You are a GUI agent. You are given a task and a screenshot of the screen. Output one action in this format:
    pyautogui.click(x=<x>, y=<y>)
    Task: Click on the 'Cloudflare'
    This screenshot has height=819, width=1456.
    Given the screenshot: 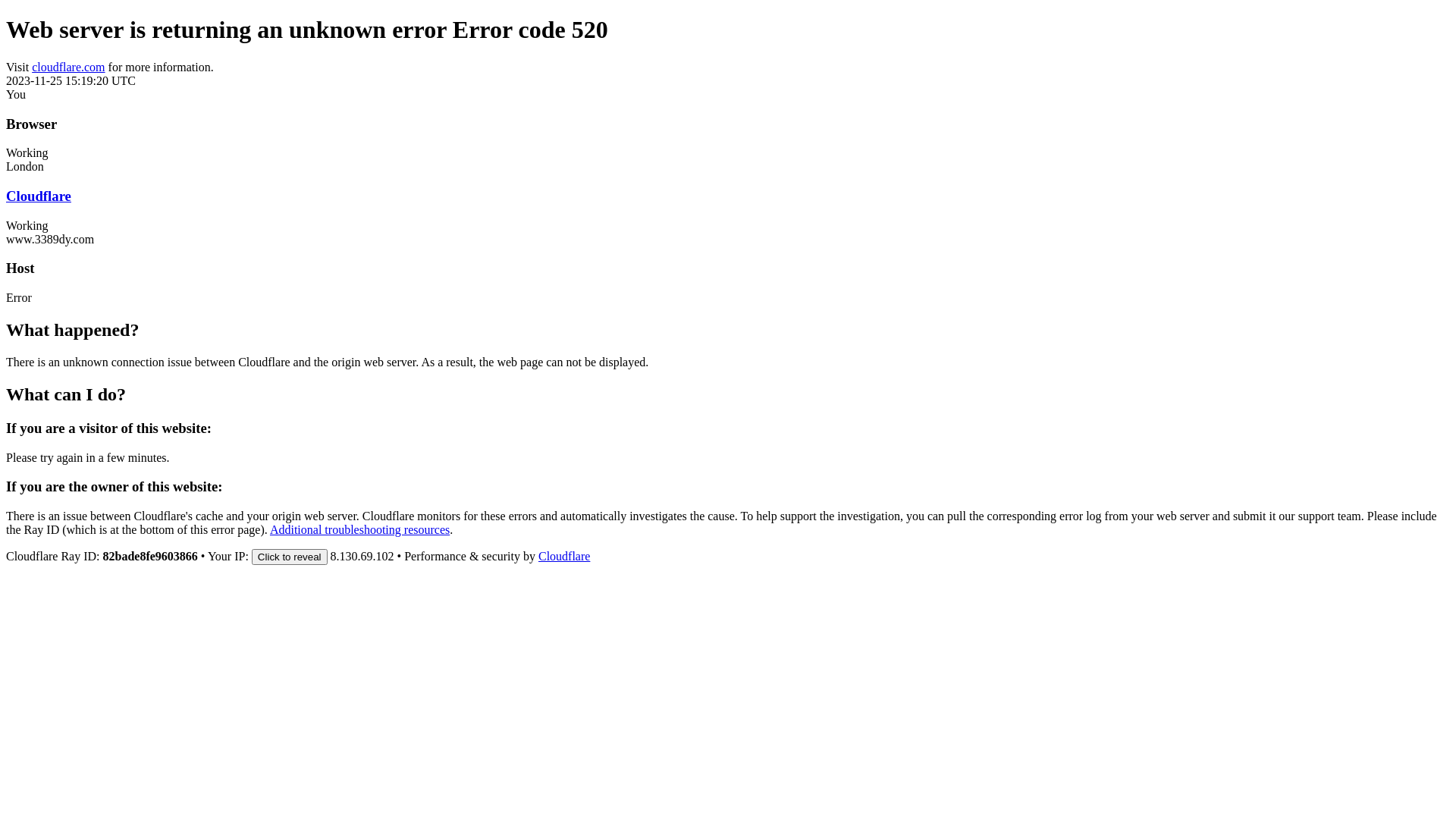 What is the action you would take?
    pyautogui.click(x=39, y=195)
    